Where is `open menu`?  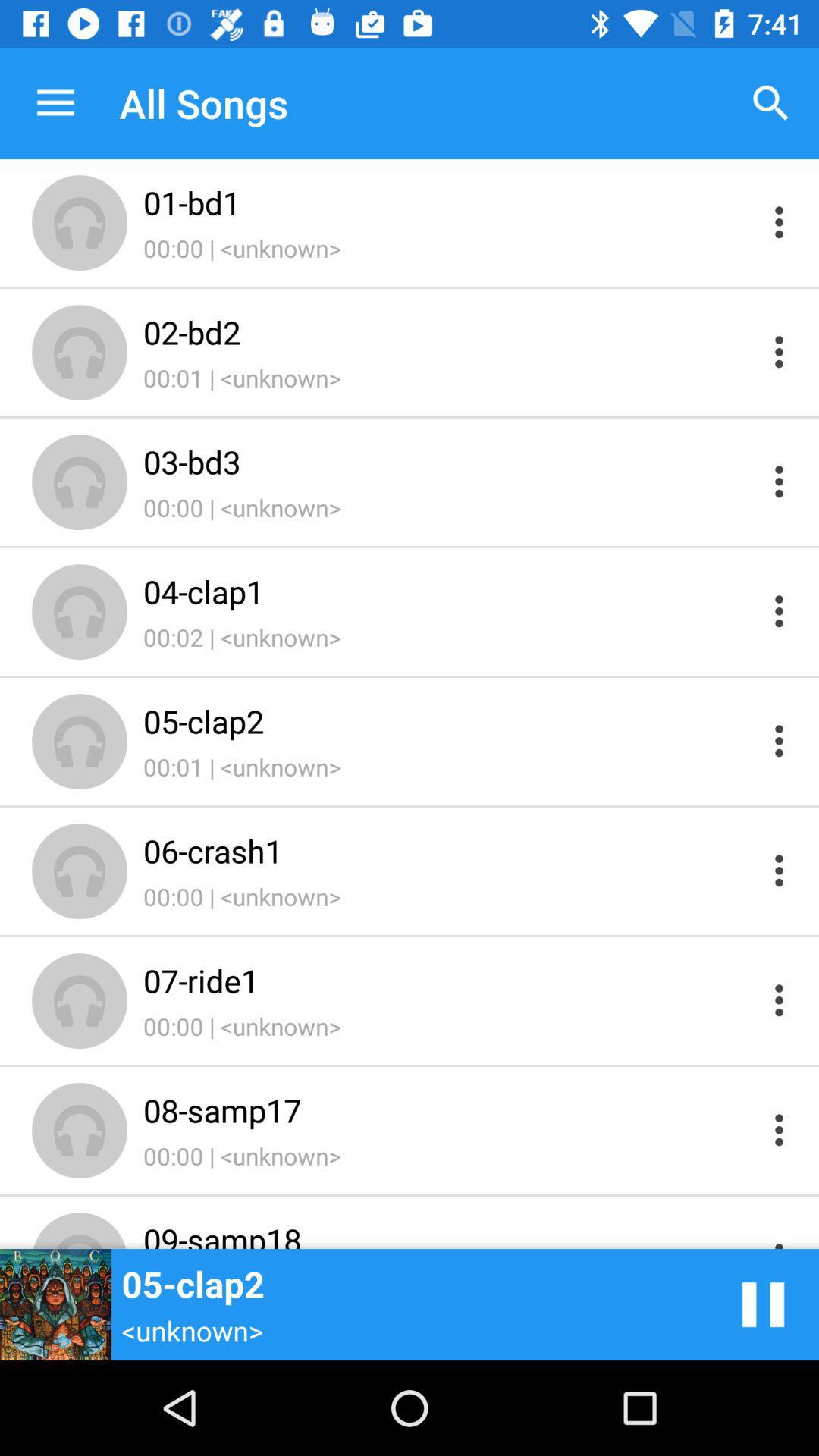
open menu is located at coordinates (779, 1130).